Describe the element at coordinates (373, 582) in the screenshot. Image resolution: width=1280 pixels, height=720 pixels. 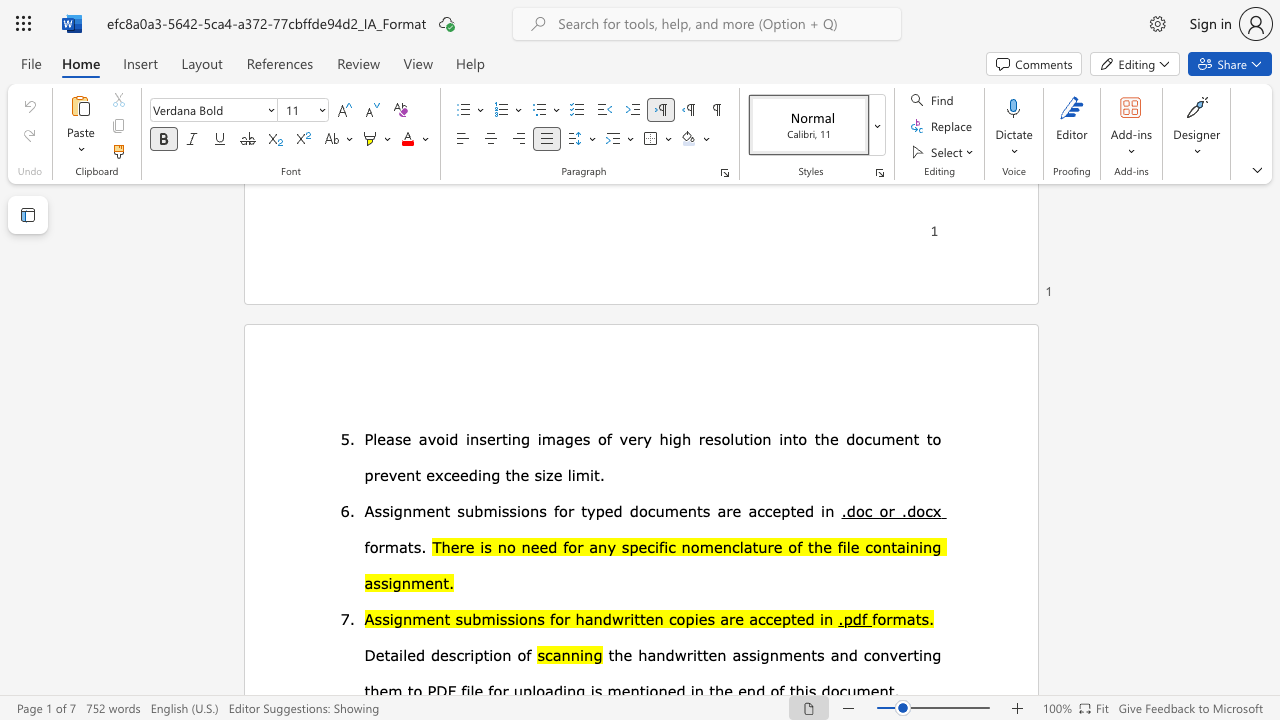
I see `the subset text "ss" within the text "assignment."` at that location.